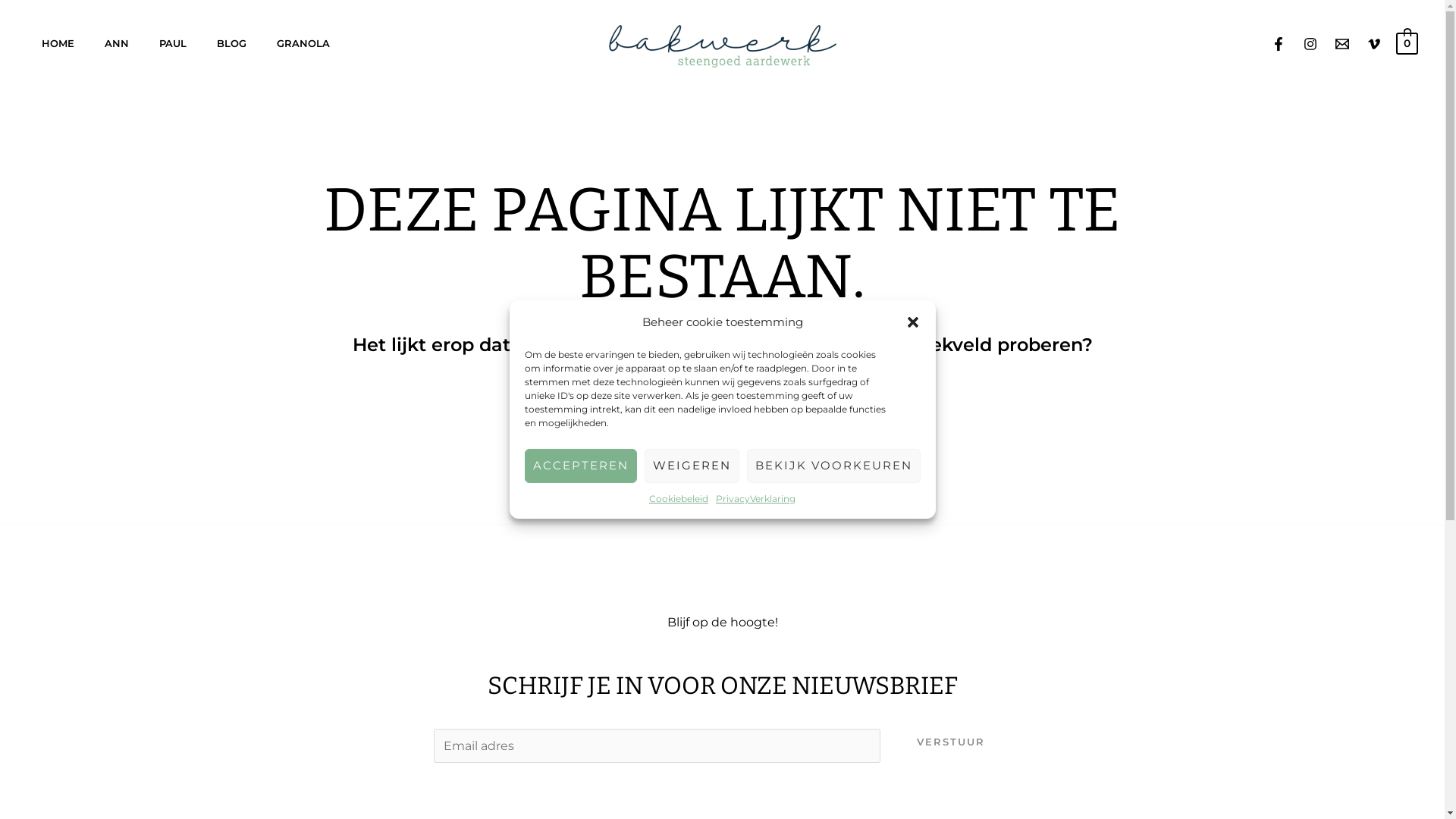 The width and height of the screenshot is (1456, 819). Describe the element at coordinates (832, 465) in the screenshot. I see `'BEKIJK VOORKEUREN'` at that location.